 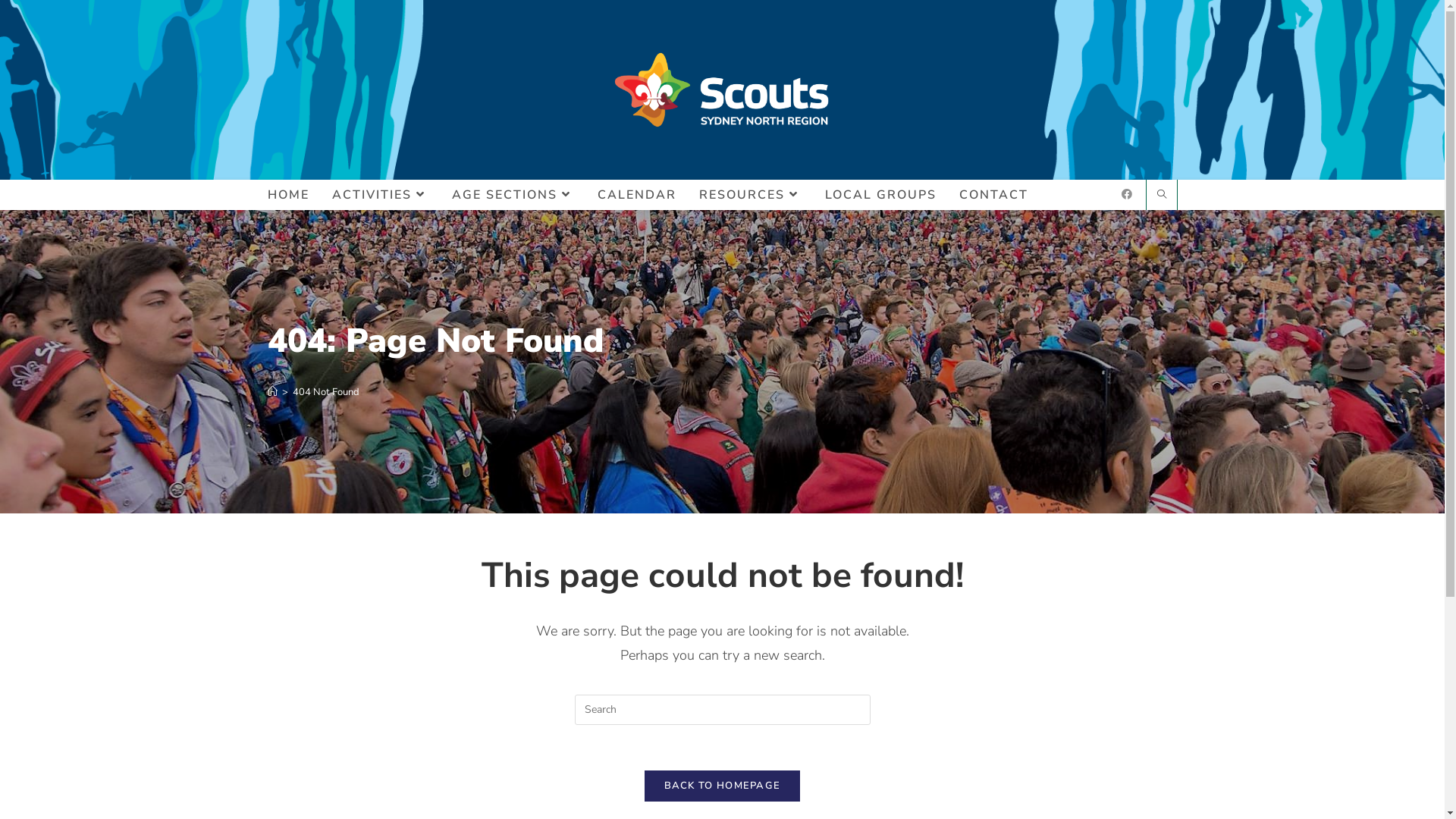 I want to click on 'LOCAL GROUPS', so click(x=880, y=194).